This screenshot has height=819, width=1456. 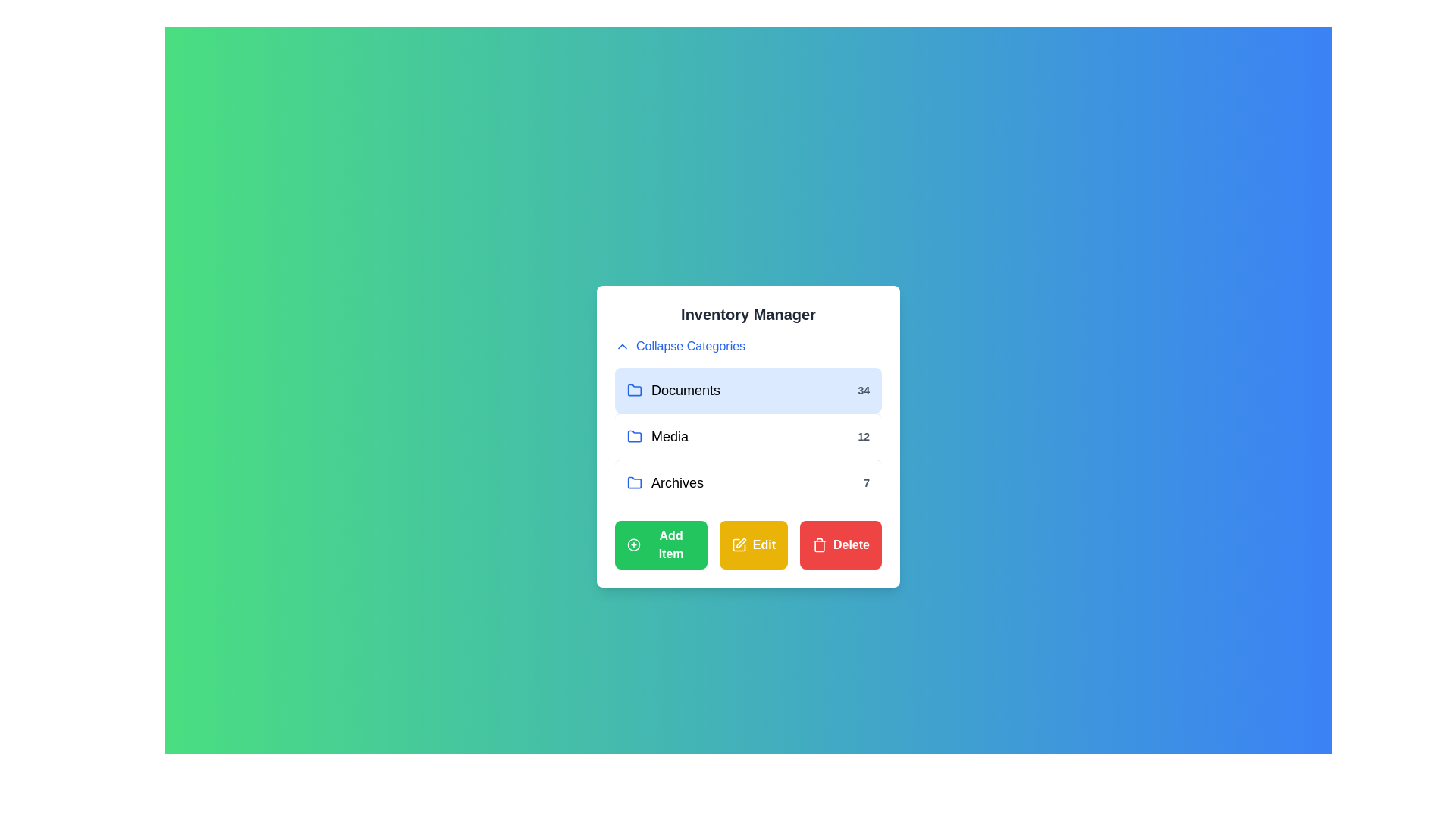 What do you see at coordinates (839, 544) in the screenshot?
I see `the 'Delete' button to remove an item` at bounding box center [839, 544].